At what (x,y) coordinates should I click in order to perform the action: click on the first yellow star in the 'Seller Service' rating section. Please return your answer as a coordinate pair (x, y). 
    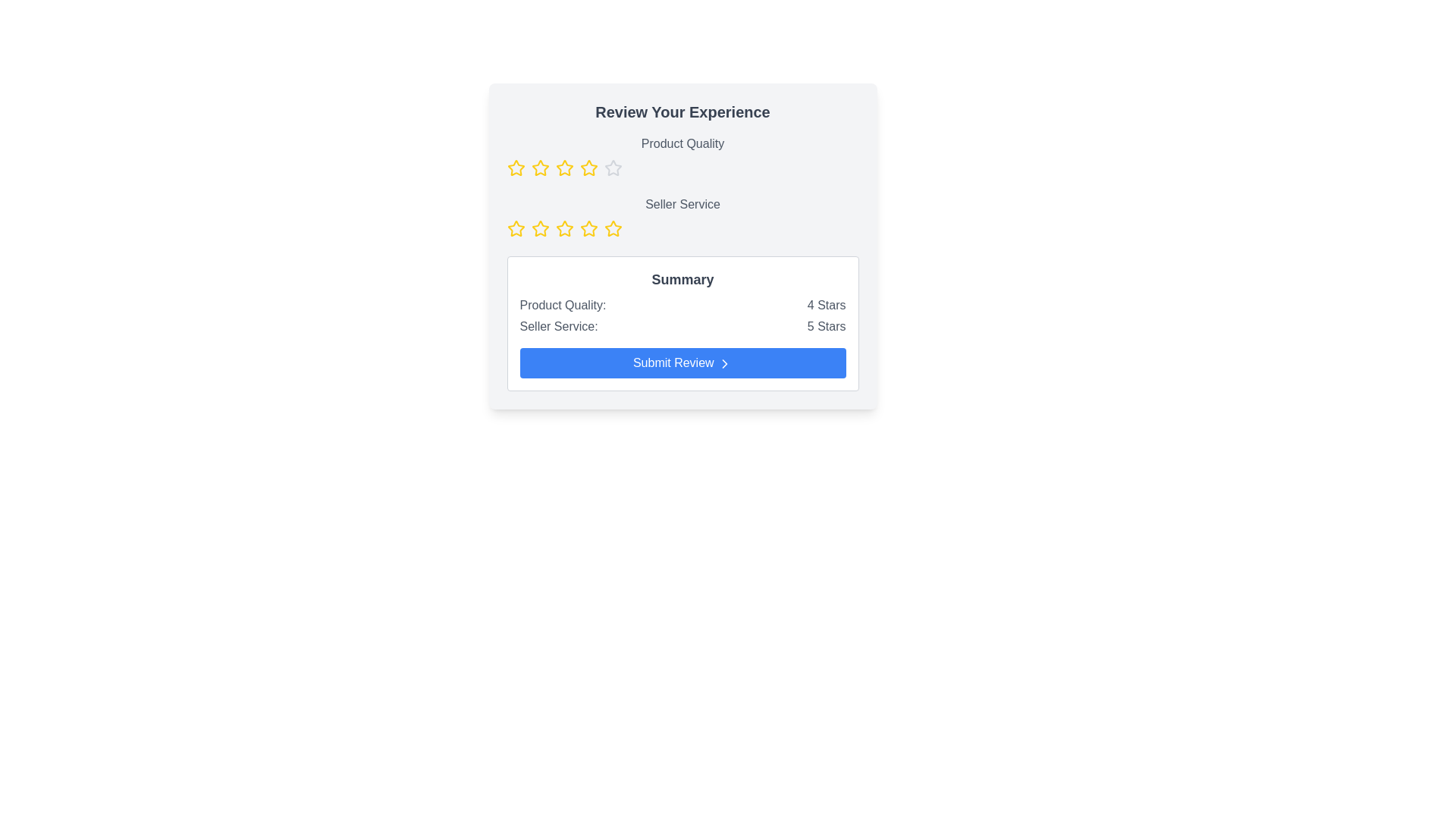
    Looking at the image, I should click on (516, 228).